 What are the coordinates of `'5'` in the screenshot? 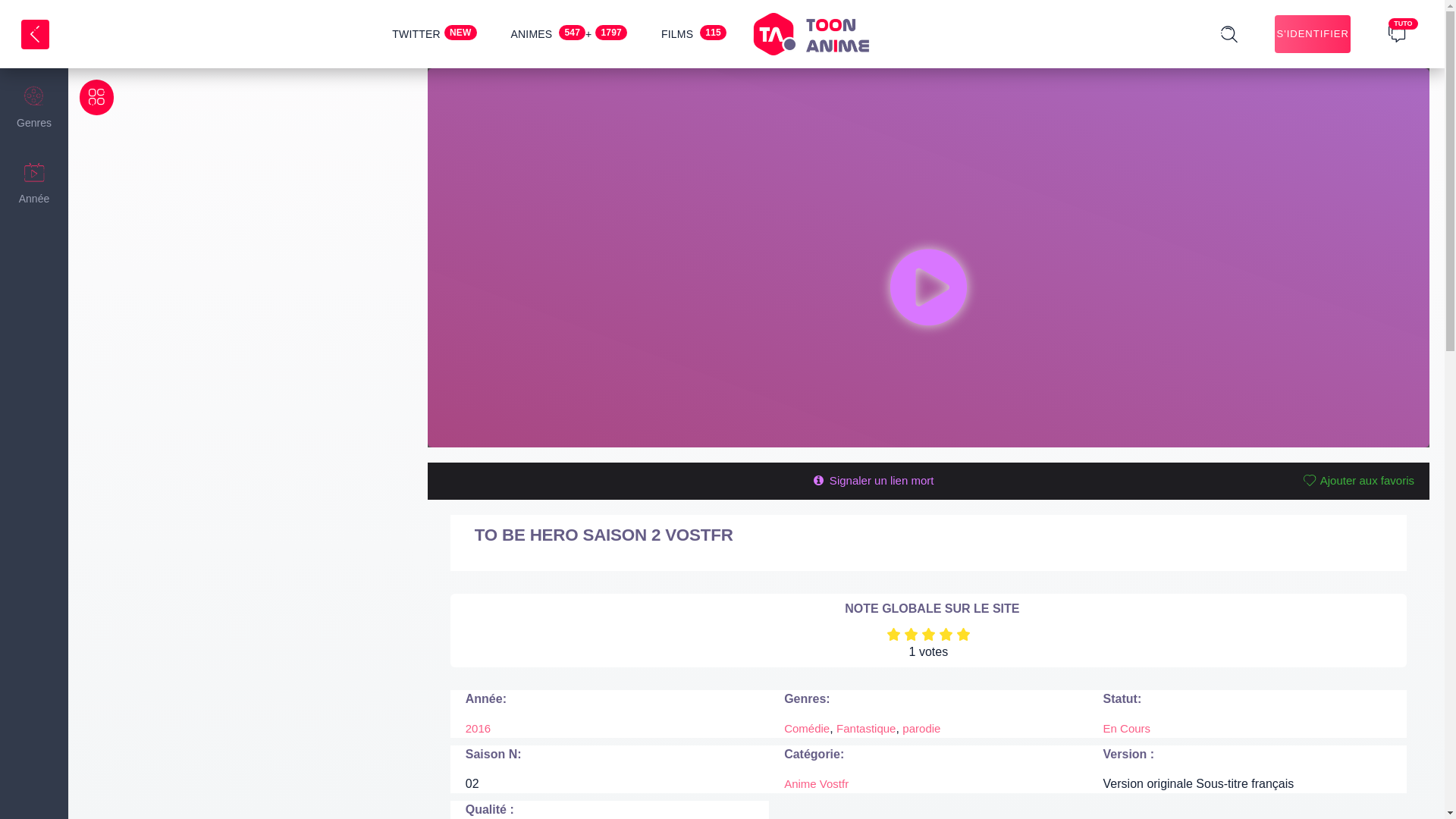 It's located at (962, 634).